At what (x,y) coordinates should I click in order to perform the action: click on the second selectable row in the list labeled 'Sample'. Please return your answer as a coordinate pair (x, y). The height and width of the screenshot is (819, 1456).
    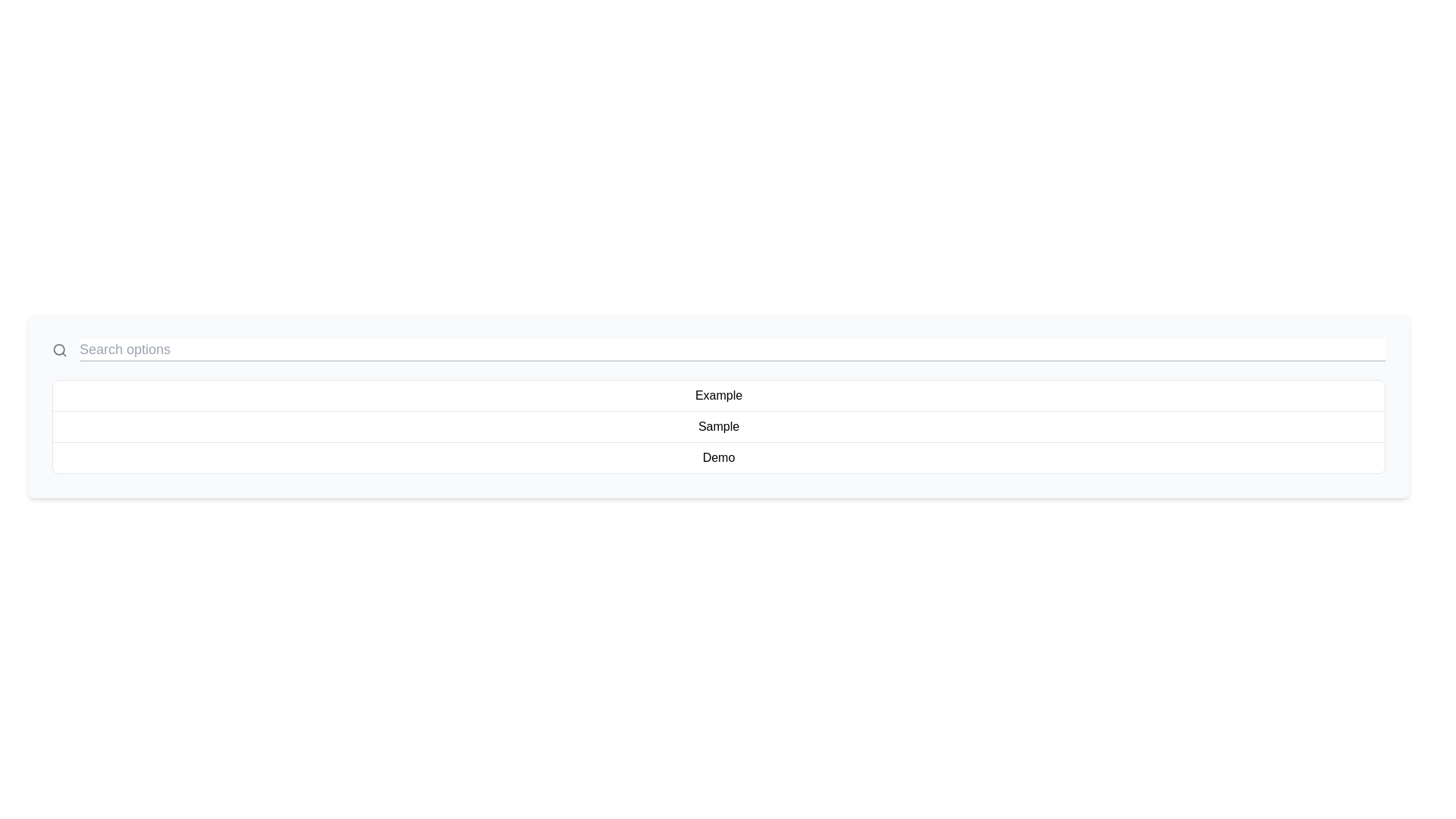
    Looking at the image, I should click on (718, 426).